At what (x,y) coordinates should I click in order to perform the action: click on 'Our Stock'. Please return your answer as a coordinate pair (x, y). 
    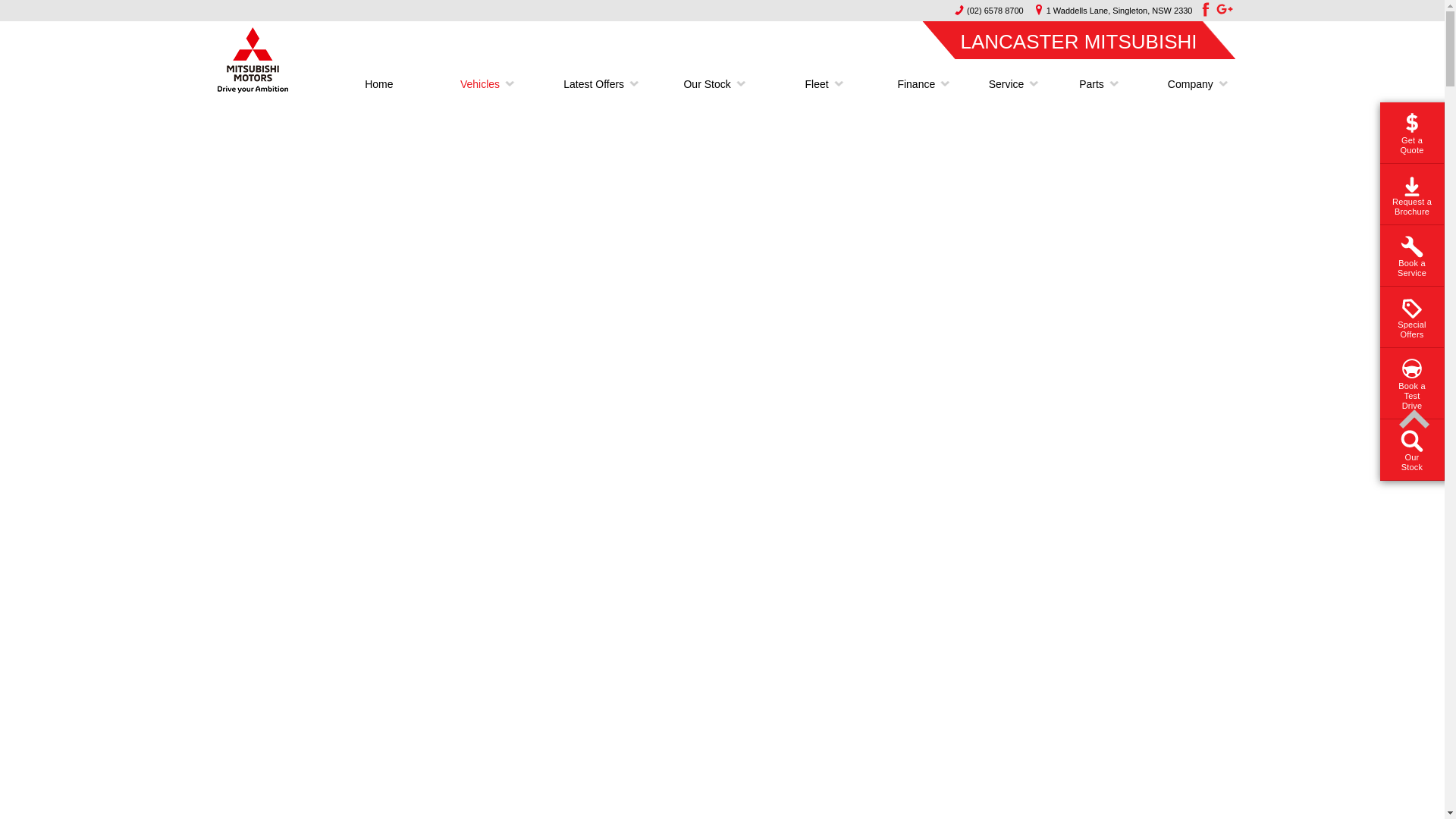
    Looking at the image, I should click on (705, 84).